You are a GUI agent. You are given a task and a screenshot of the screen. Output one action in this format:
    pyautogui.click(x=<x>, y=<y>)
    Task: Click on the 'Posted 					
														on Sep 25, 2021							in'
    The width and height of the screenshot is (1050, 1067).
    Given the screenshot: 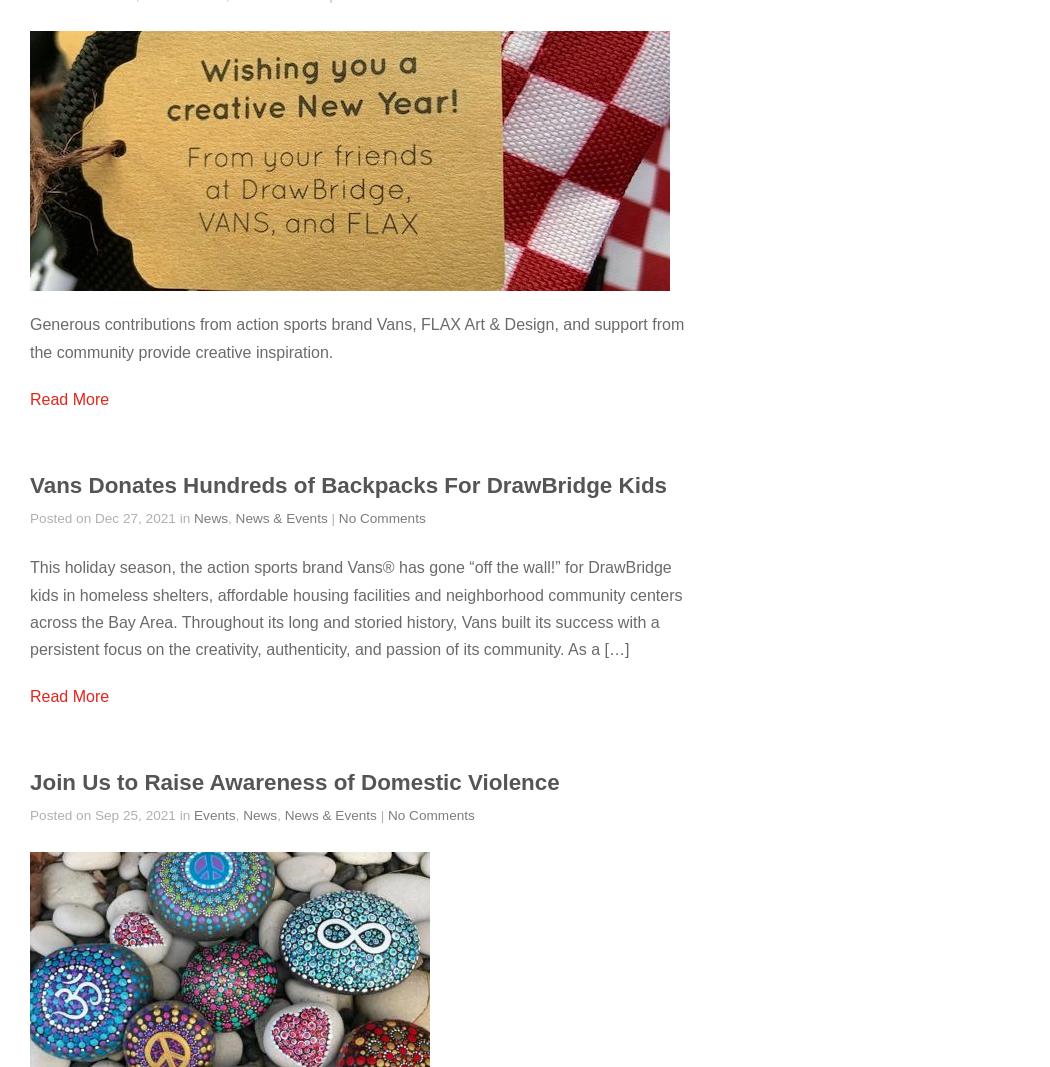 What is the action you would take?
    pyautogui.click(x=112, y=814)
    